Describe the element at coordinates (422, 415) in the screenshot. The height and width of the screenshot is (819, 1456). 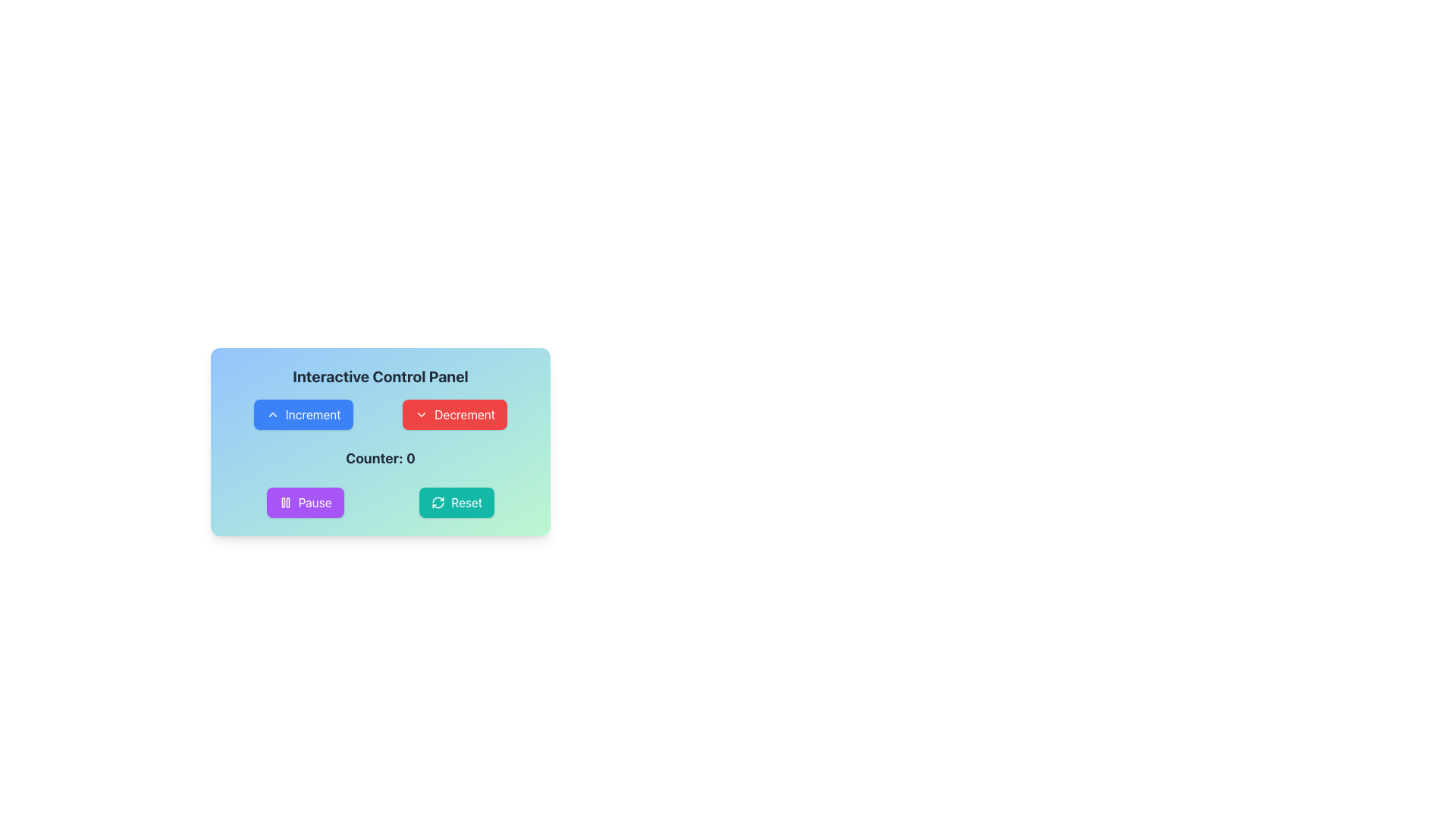
I see `the small downward-pointing chevron icon located inside the red rectangle labeled 'Decrement' in the top right section of the Interactive Control Panel` at that location.